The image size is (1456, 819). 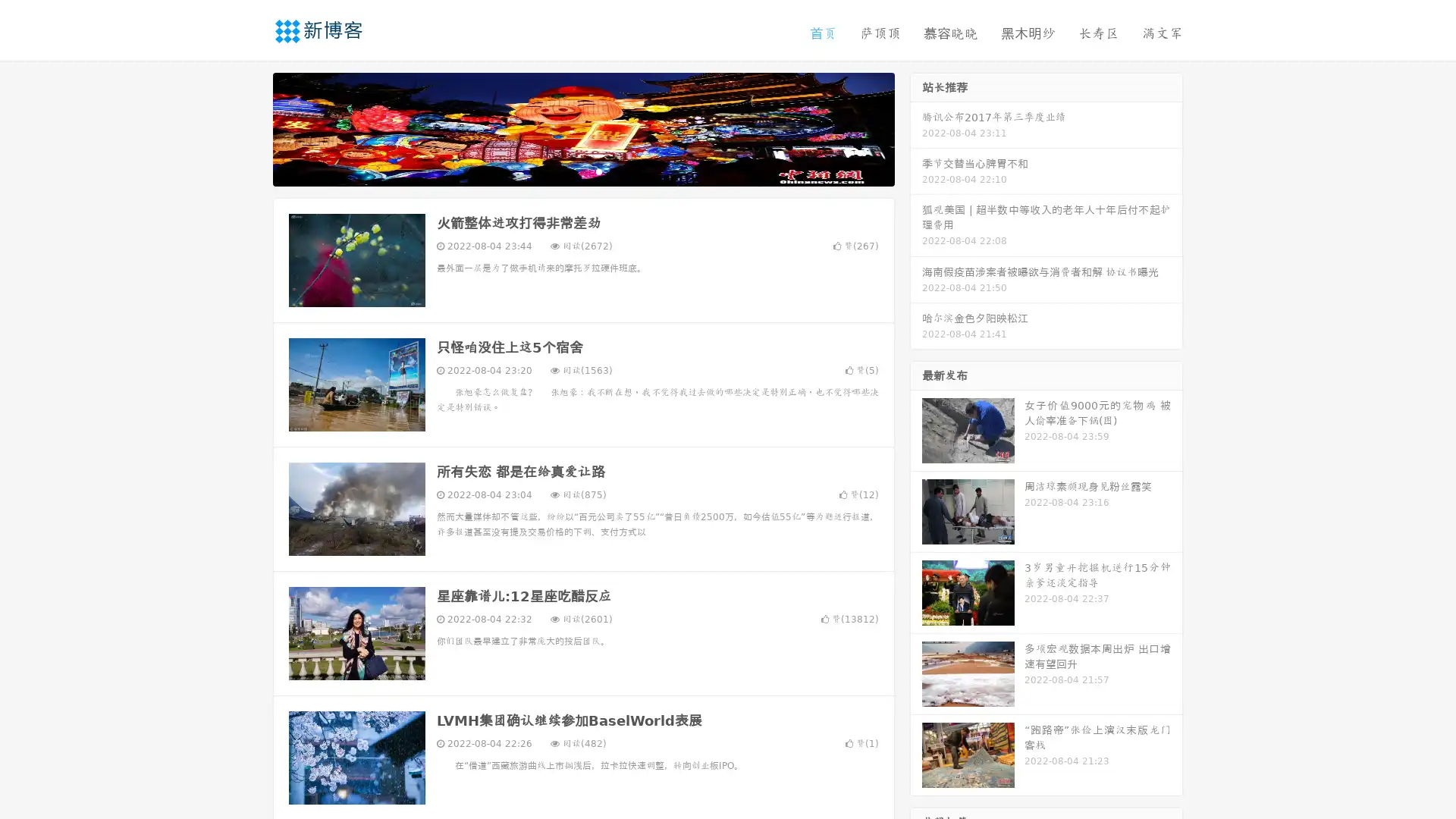 I want to click on Go to slide 3, so click(x=598, y=171).